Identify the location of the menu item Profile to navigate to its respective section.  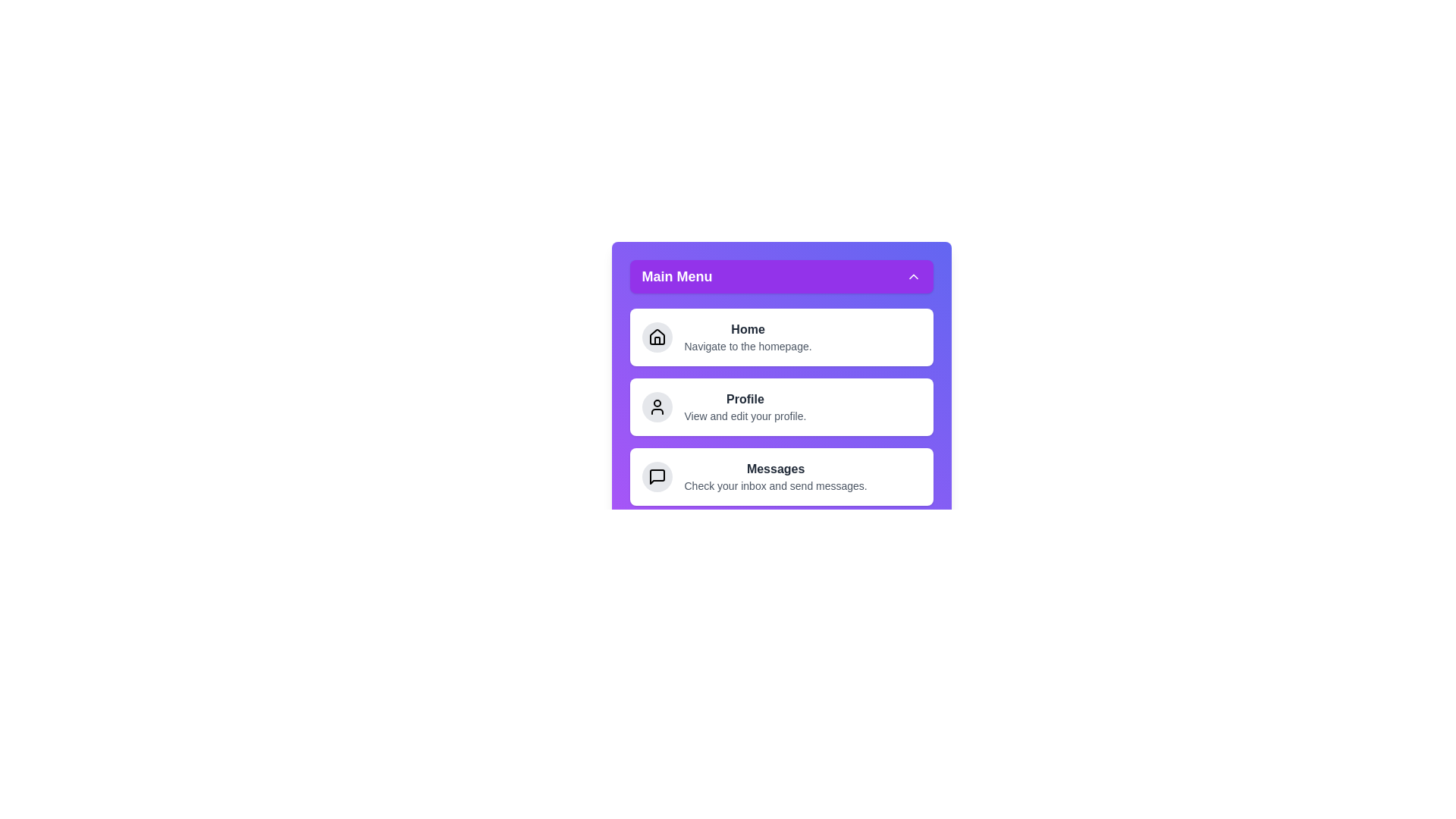
(781, 406).